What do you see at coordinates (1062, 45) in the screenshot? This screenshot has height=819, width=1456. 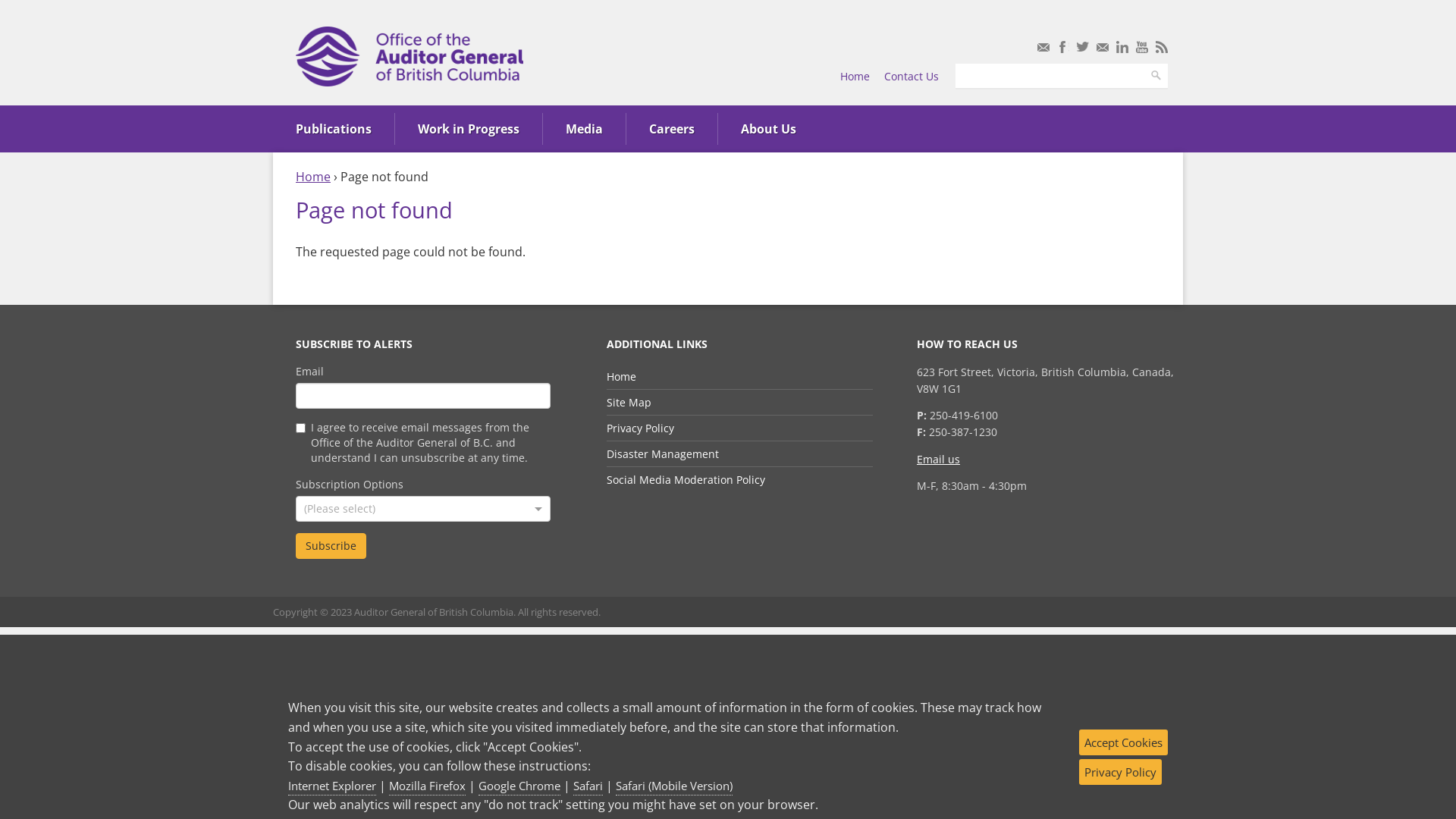 I see `'Join us on Facebook'` at bounding box center [1062, 45].